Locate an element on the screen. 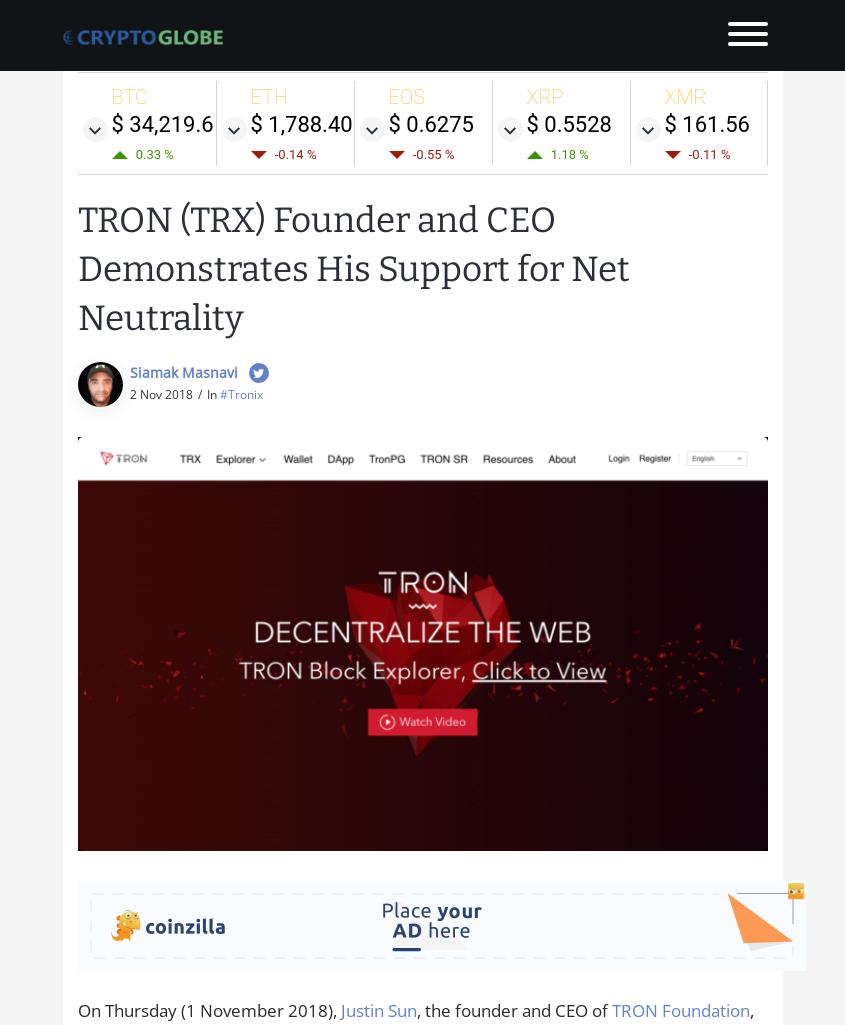 The width and height of the screenshot is (845, 1025). '$ 1,788.40' is located at coordinates (300, 123).